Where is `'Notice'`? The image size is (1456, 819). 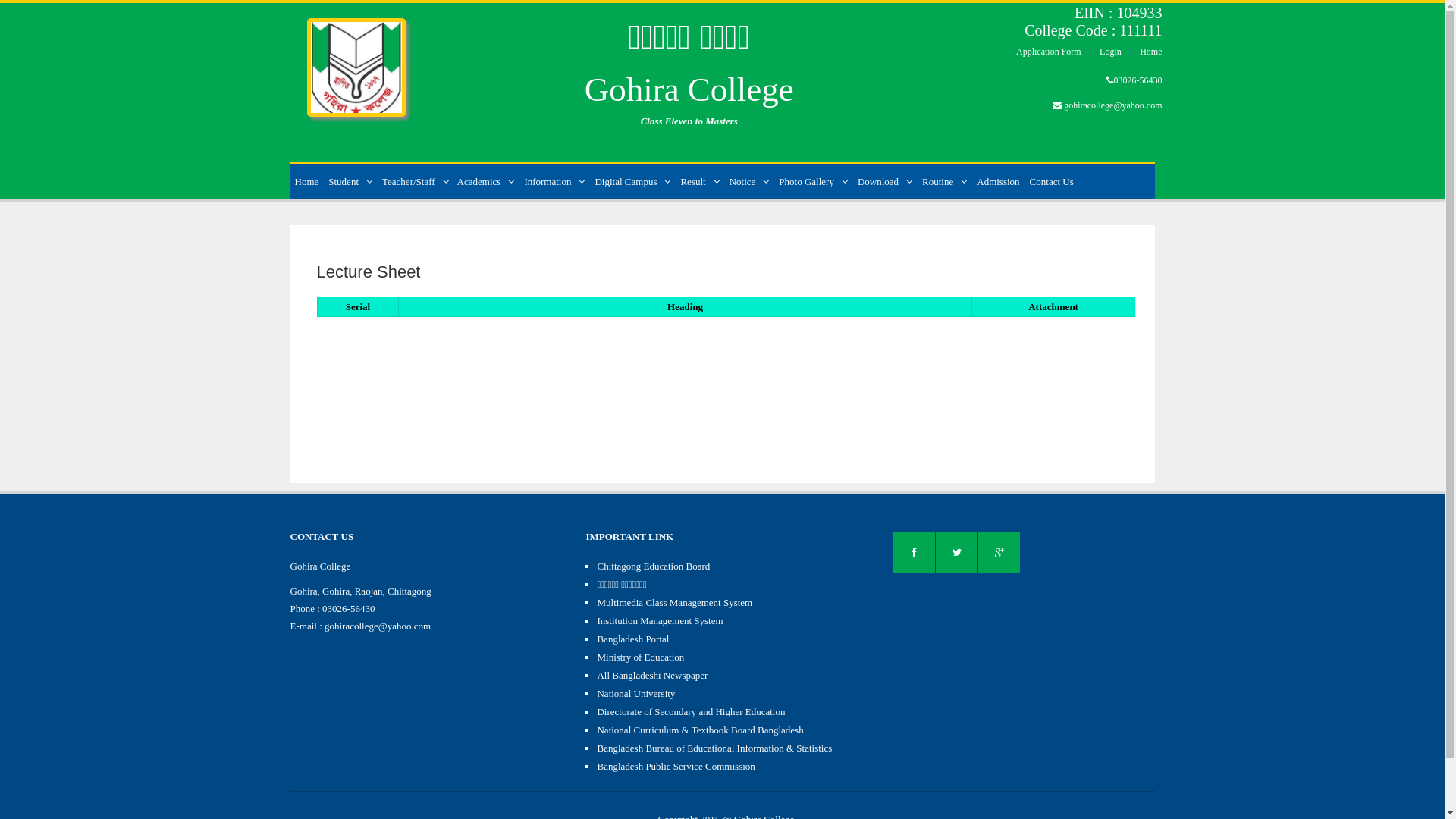 'Notice' is located at coordinates (723, 180).